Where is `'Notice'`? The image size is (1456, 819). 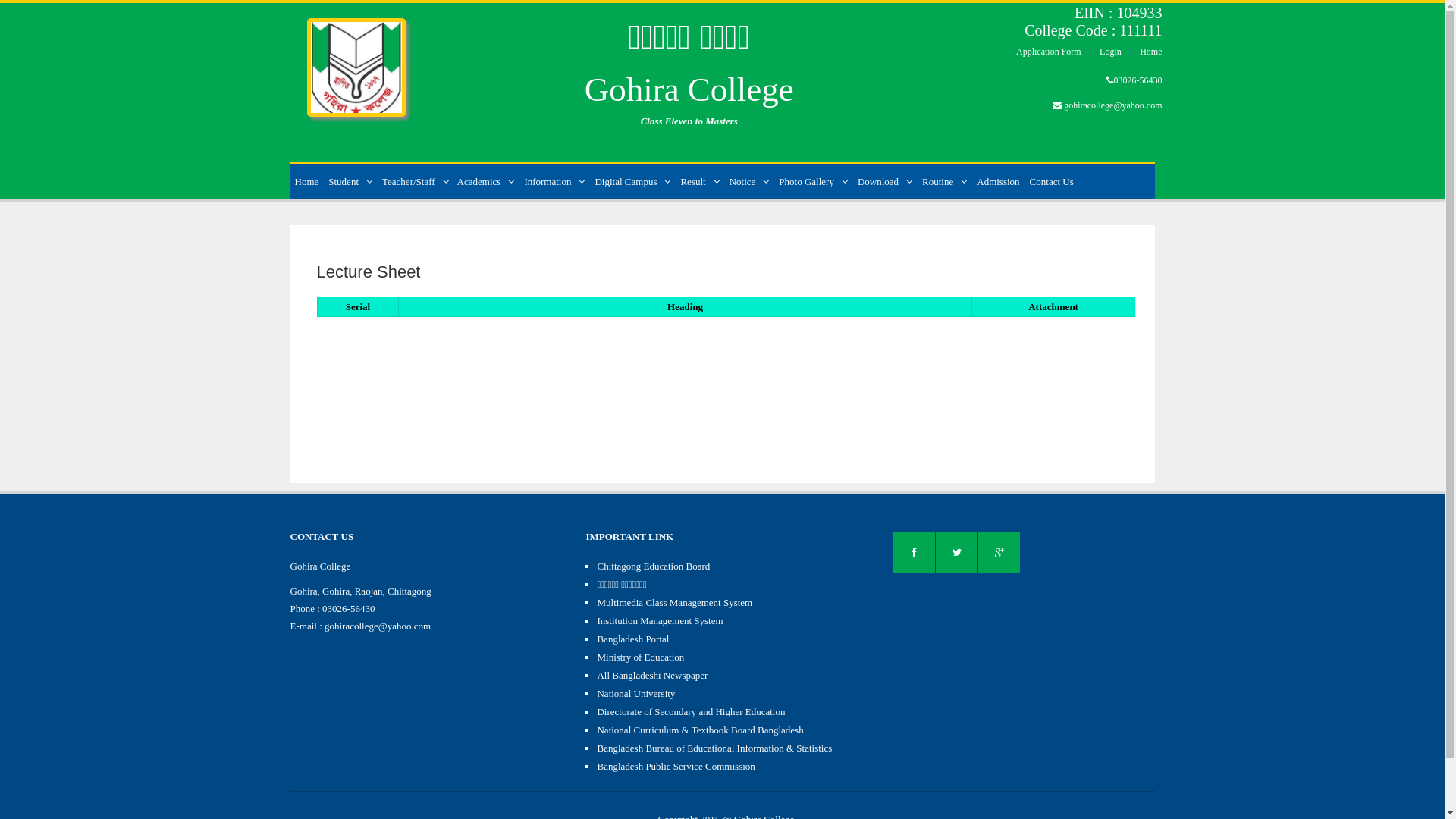 'Notice' is located at coordinates (723, 180).